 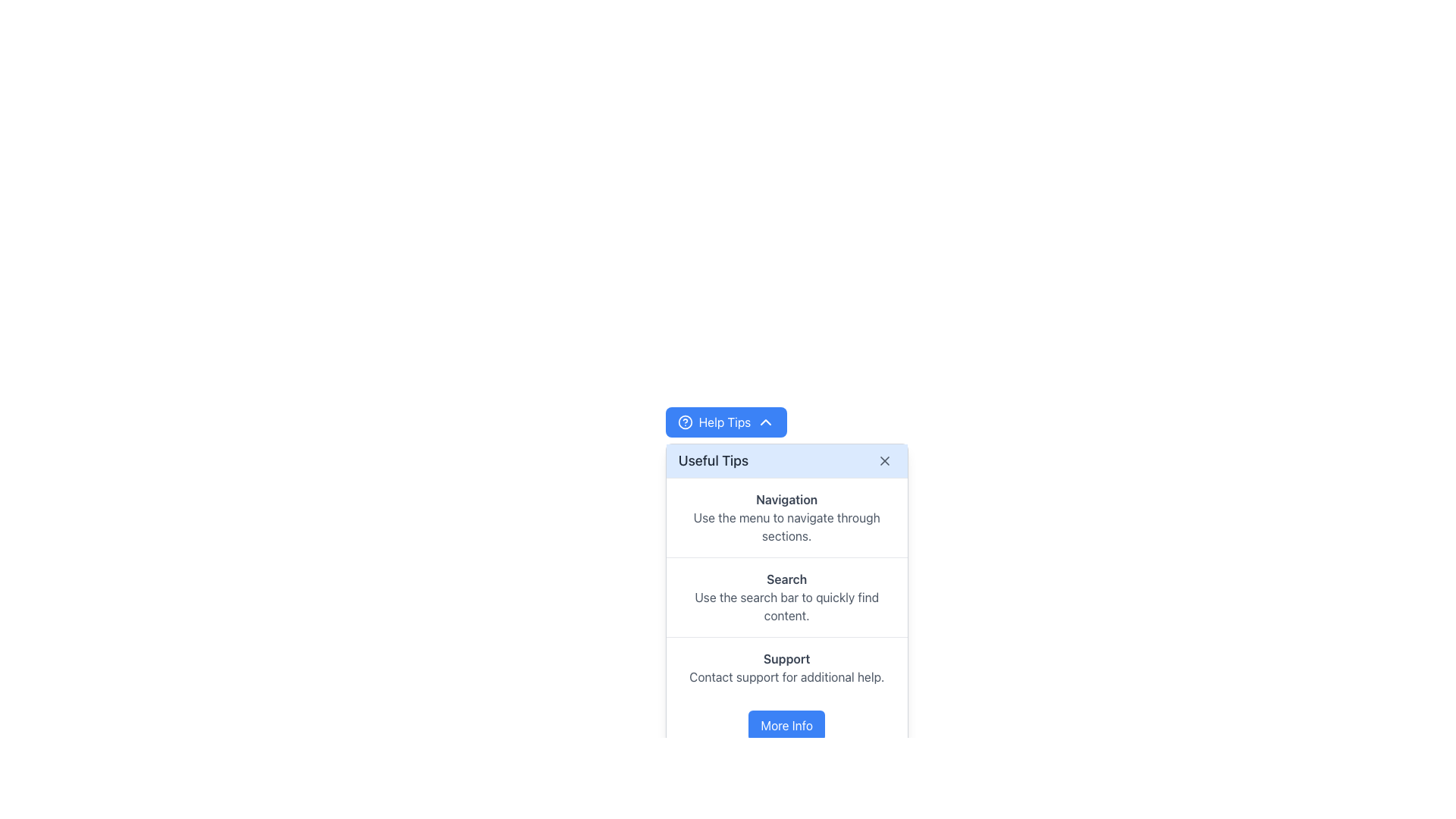 What do you see at coordinates (786, 579) in the screenshot?
I see `the Text Label that serves as a title for the information below it, located above the text 'Use the search bar to quickly find content.' in the 'Useful Tips' section` at bounding box center [786, 579].